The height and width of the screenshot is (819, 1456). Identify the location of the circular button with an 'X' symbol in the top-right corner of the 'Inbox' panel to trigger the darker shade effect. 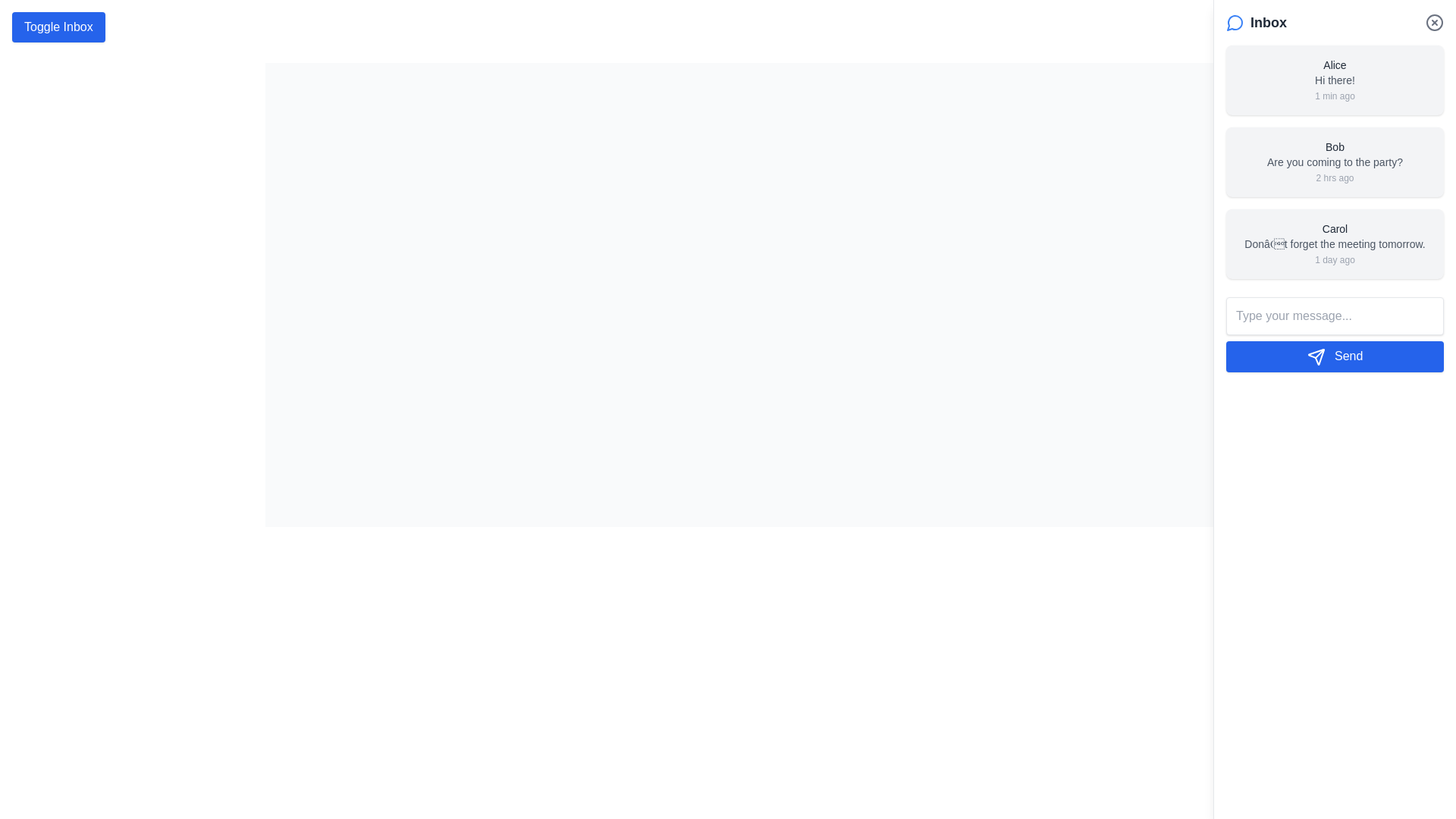
(1433, 23).